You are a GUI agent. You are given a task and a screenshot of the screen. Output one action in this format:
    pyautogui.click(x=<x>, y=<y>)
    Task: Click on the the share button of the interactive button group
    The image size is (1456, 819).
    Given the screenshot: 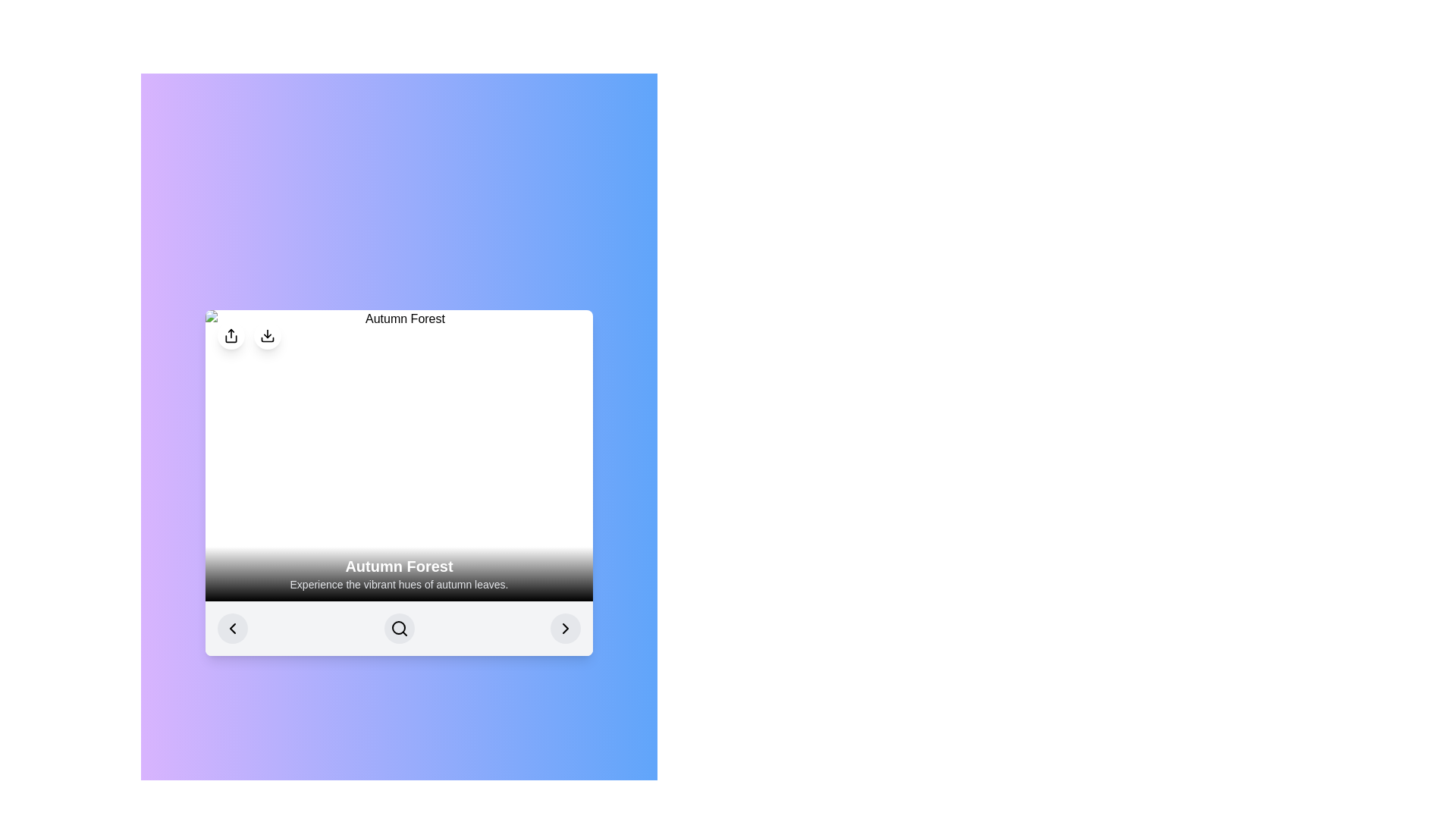 What is the action you would take?
    pyautogui.click(x=249, y=335)
    